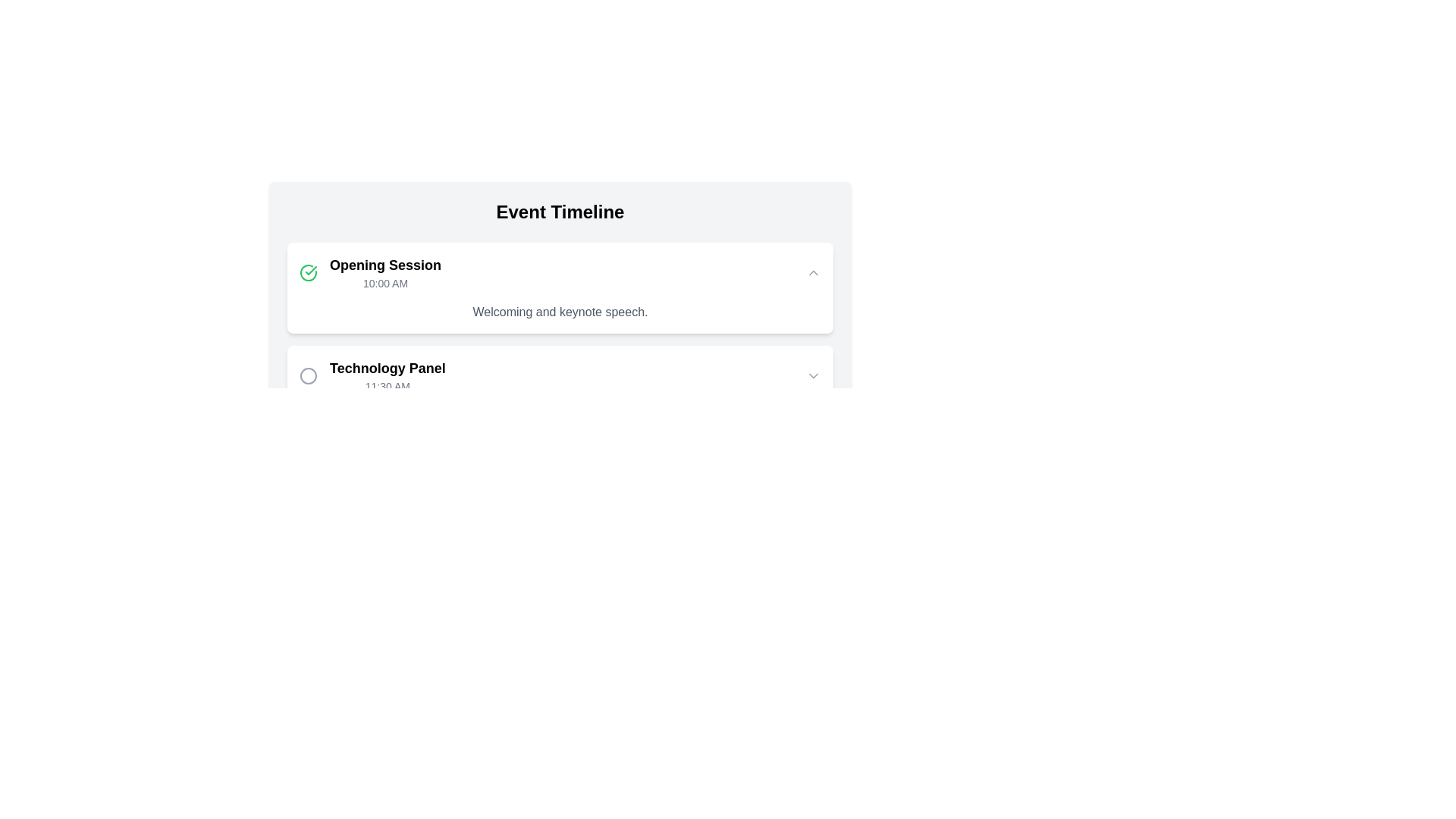  I want to click on the toggle button with a chevron icon located at the upper right corner of the 'Opening Session 10:00 AM' section, so click(813, 271).